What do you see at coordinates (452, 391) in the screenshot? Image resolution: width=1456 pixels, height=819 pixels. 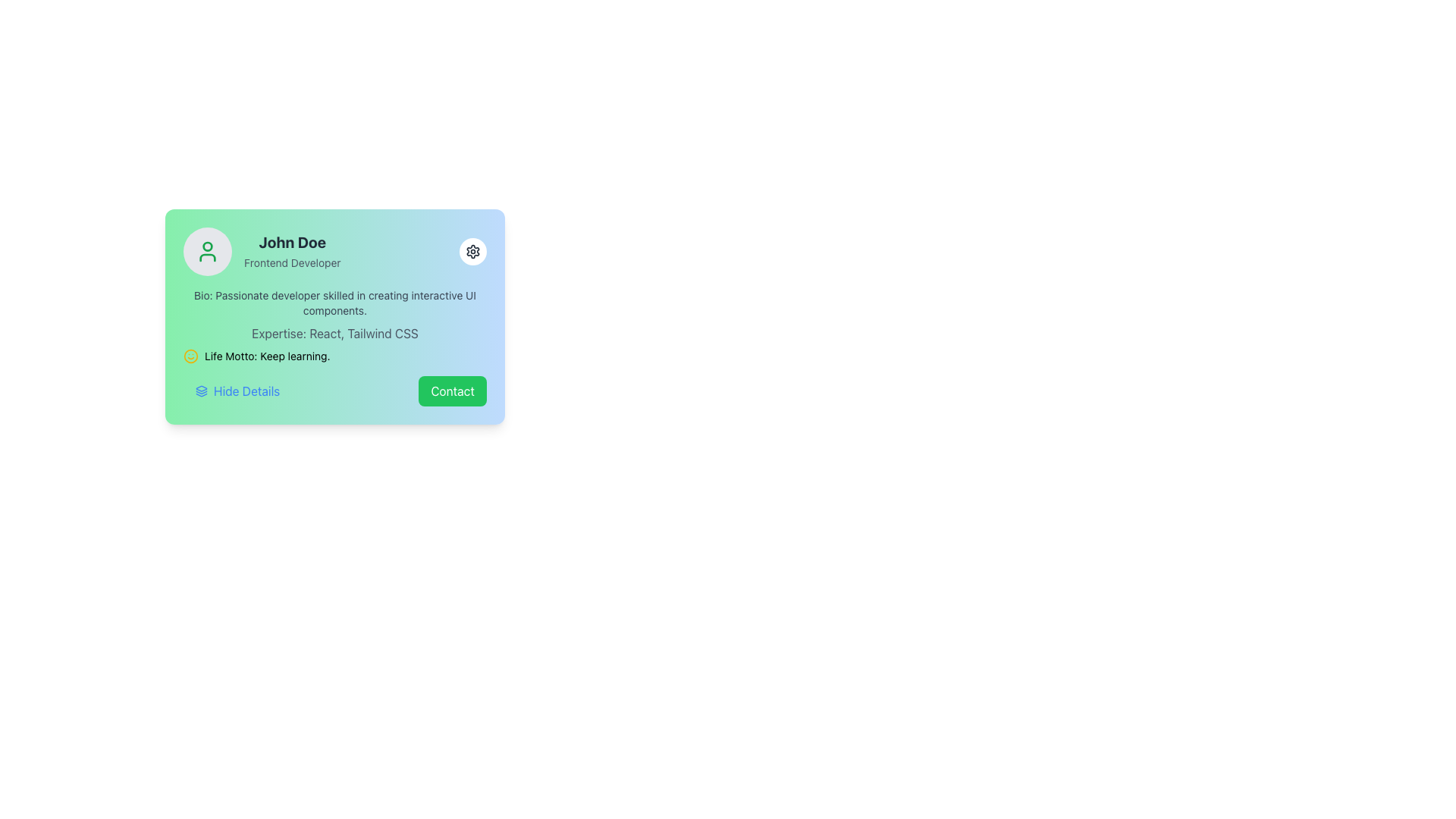 I see `the contact button located at the bottom right of the card layout to observe the color change` at bounding box center [452, 391].